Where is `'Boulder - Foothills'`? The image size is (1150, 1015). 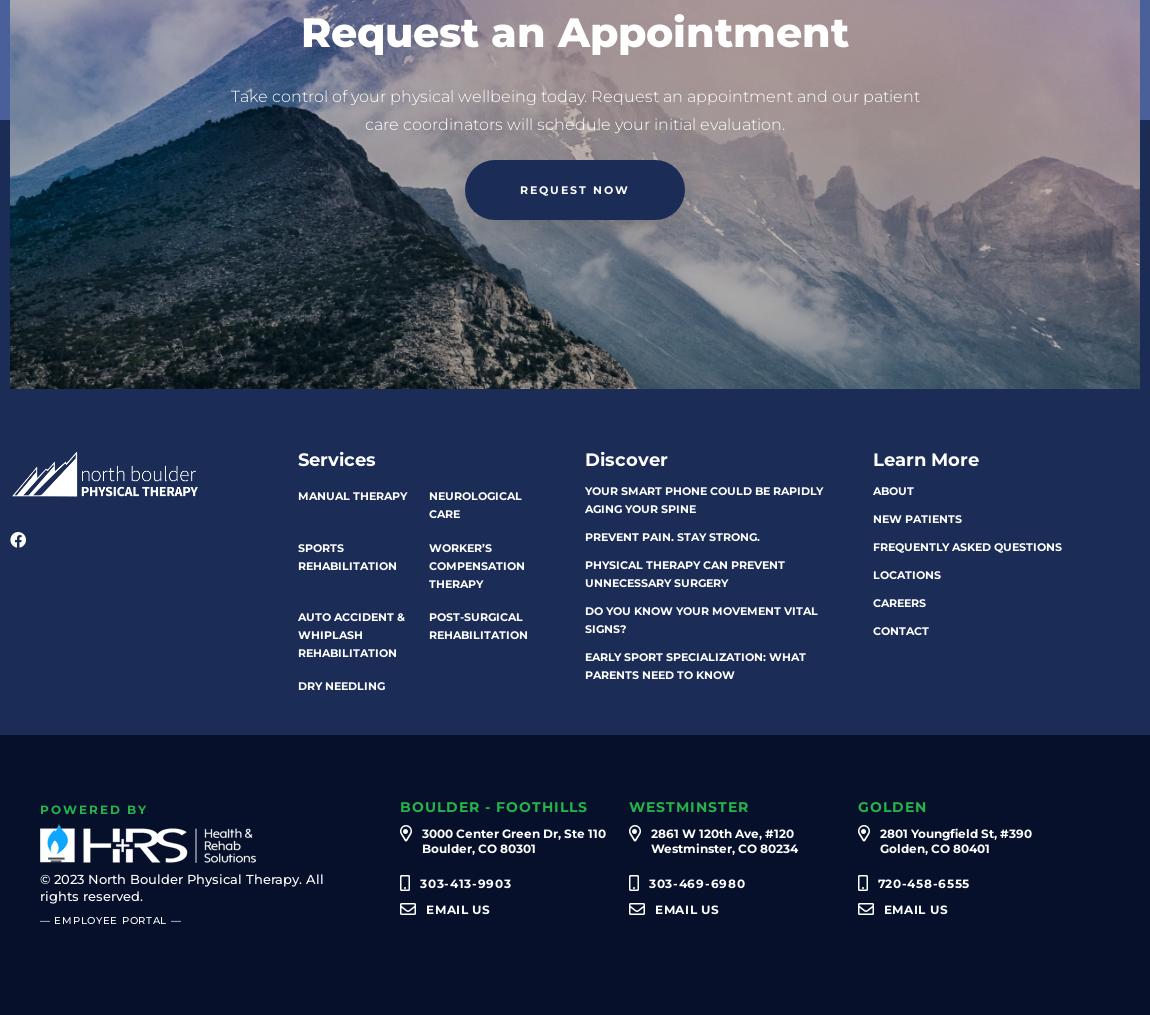
'Boulder - Foothills' is located at coordinates (493, 807).